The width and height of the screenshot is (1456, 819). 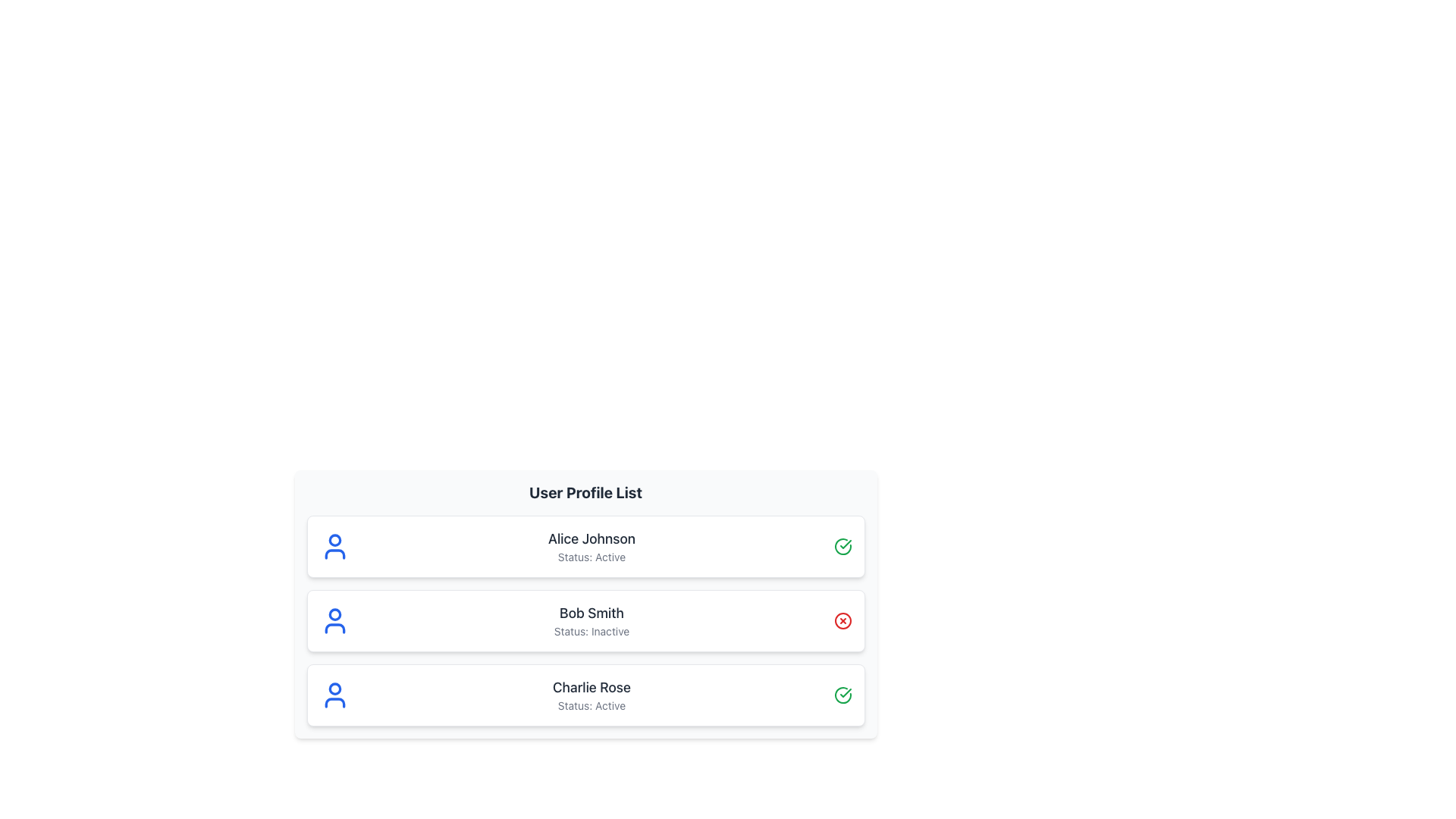 What do you see at coordinates (591, 705) in the screenshot?
I see `the 'Status: Active' text label located beneath the name 'Charlie Rose' in the user profile listing` at bounding box center [591, 705].